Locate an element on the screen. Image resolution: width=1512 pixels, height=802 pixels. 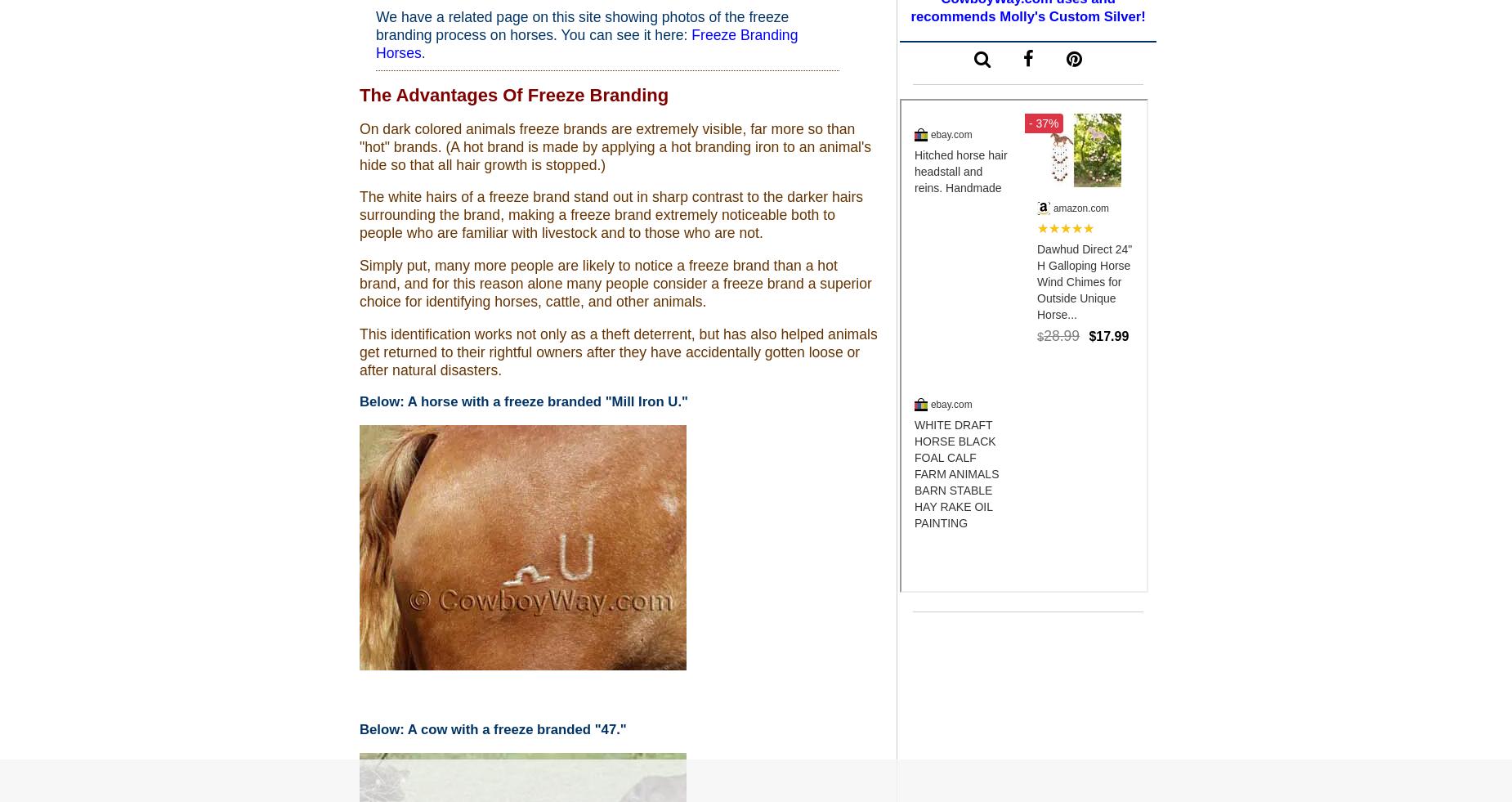
'The Advantages Of Freeze Branding' is located at coordinates (514, 94).